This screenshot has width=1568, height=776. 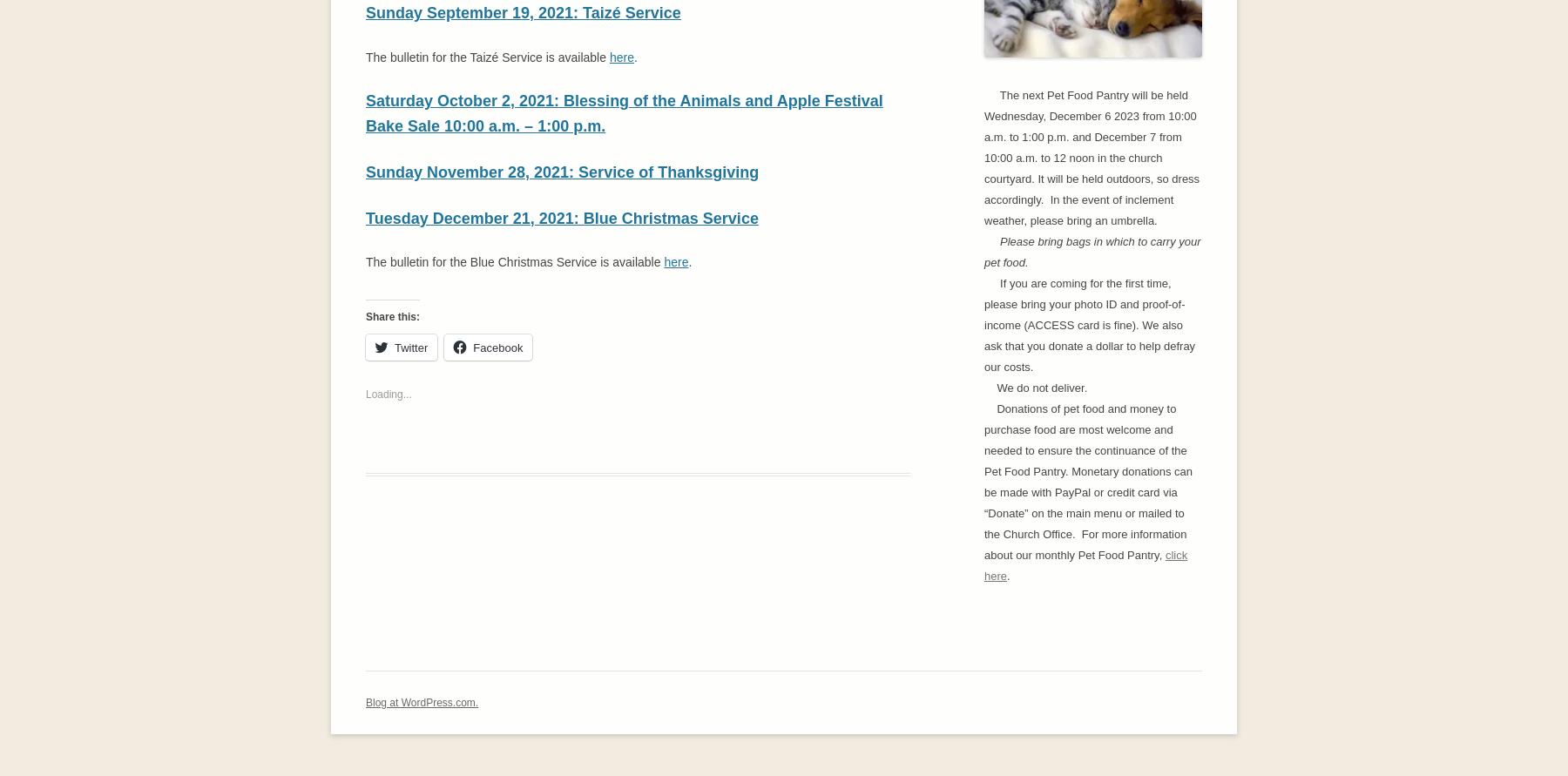 I want to click on 'We do not deliver.', so click(x=1035, y=387).